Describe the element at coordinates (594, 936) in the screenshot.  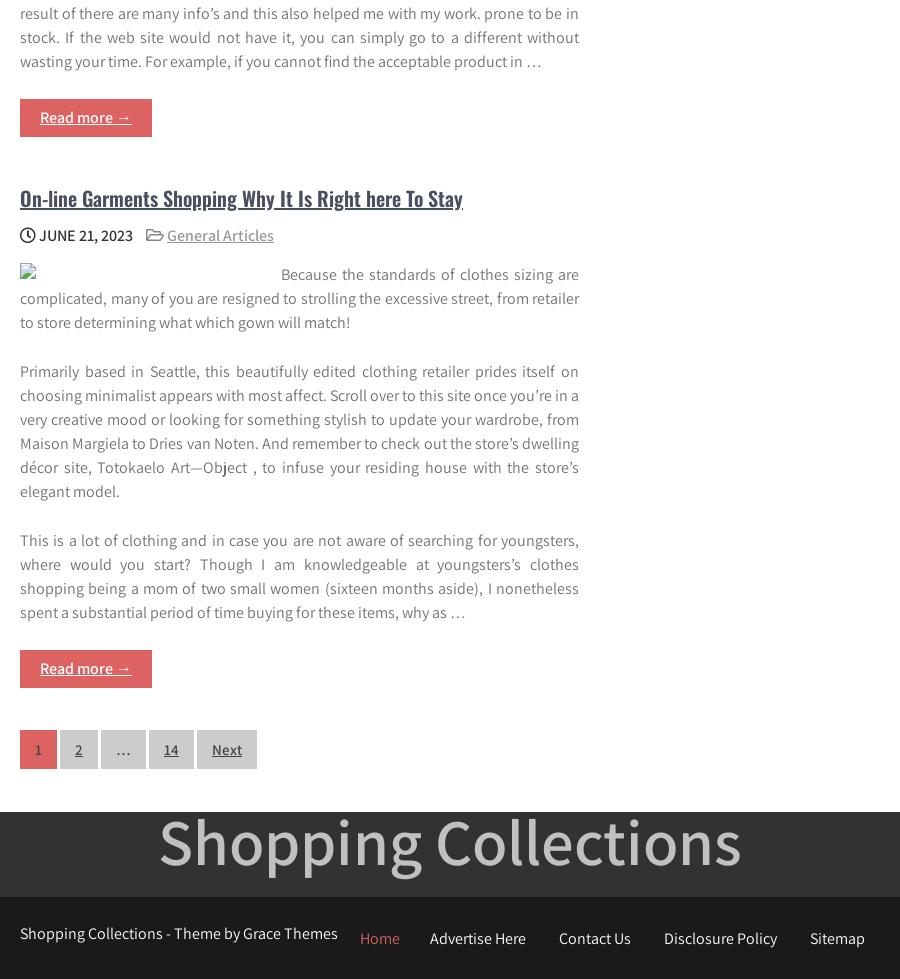
I see `'Contact Us'` at that location.